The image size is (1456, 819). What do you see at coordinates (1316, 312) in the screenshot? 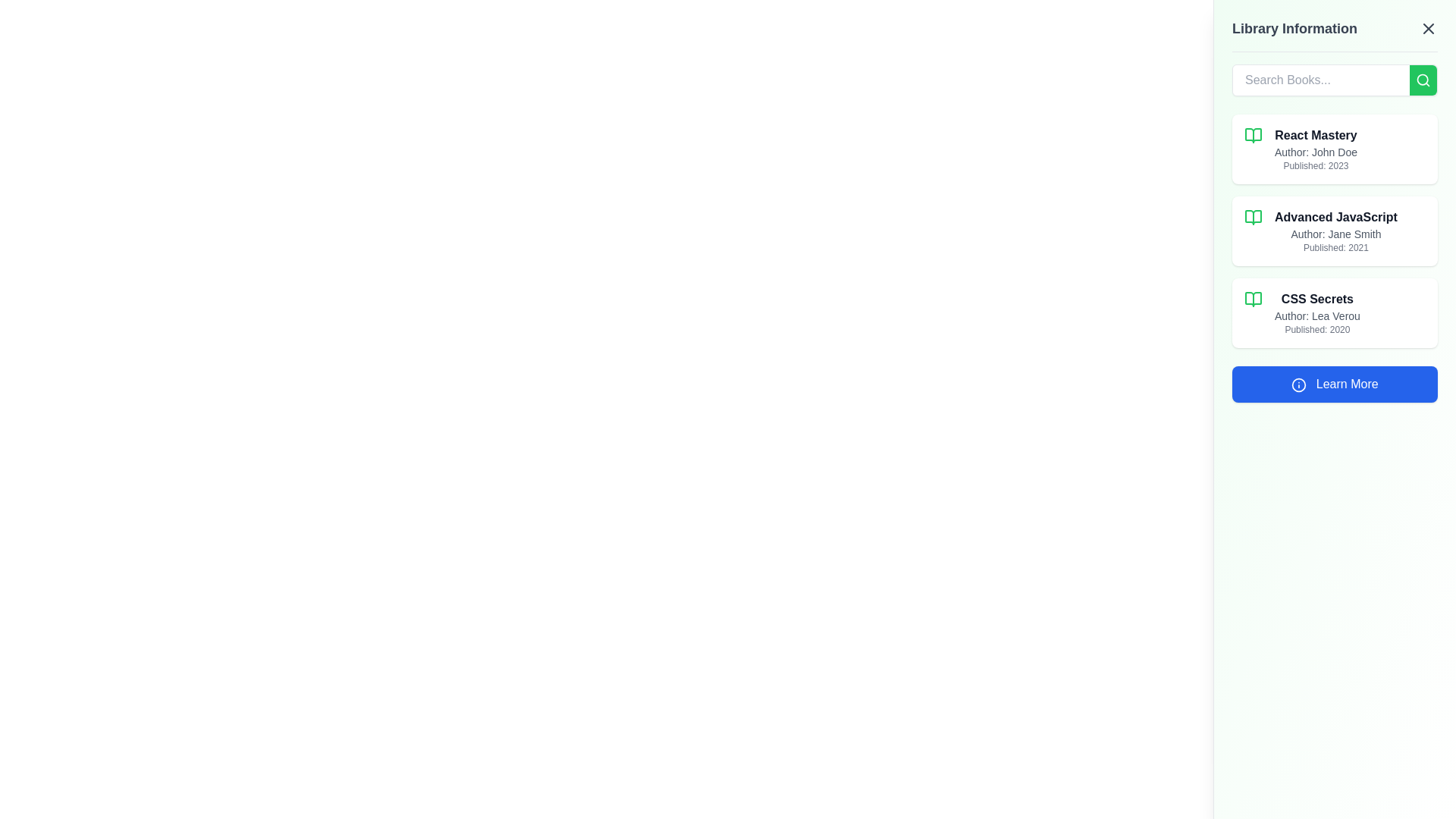
I see `the third entry in the 'Library Information' panel, which is an Informational block containing a bolded title, author's name, and publication year` at bounding box center [1316, 312].